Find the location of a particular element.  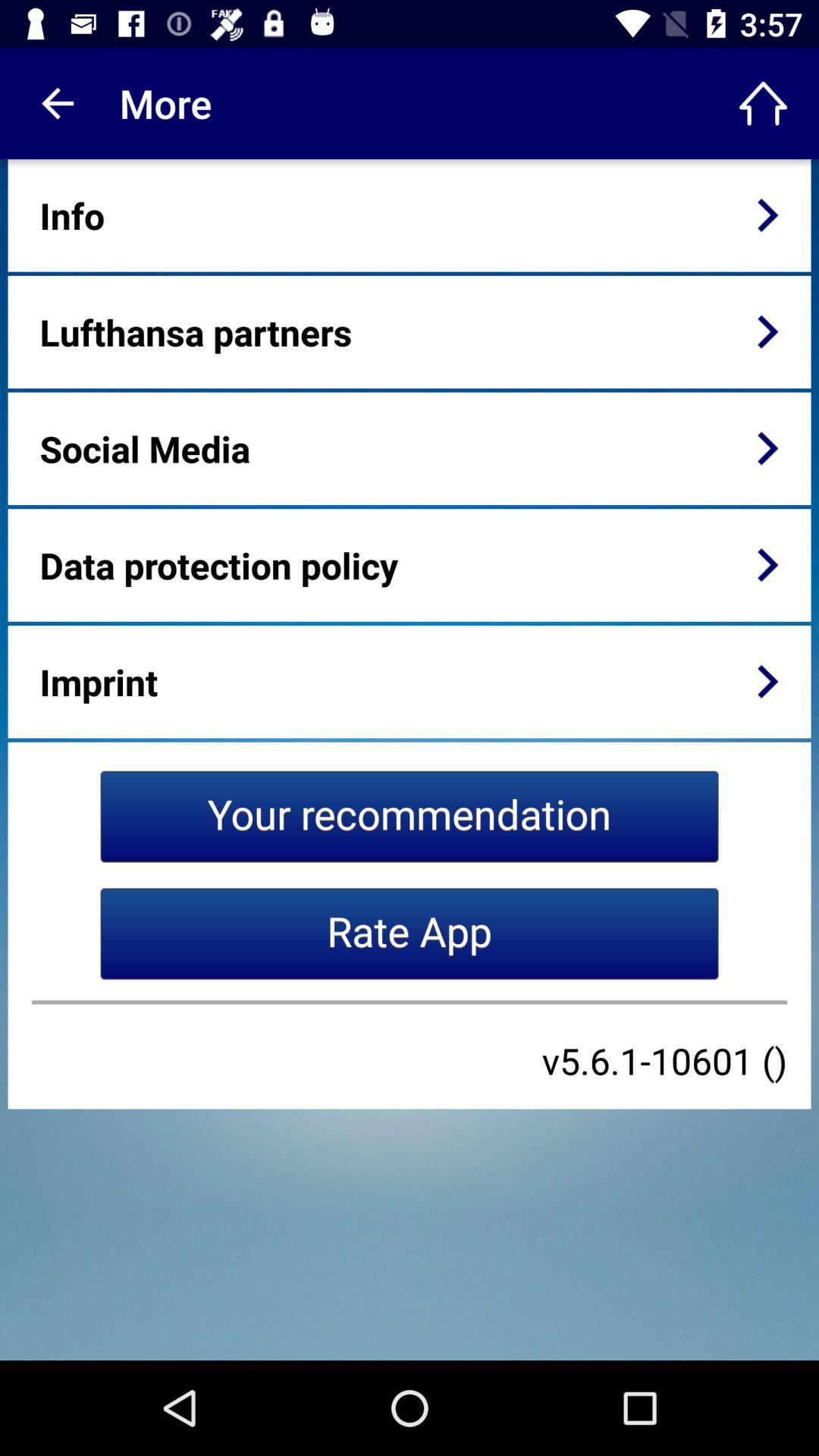

item below the info icon is located at coordinates (195, 331).